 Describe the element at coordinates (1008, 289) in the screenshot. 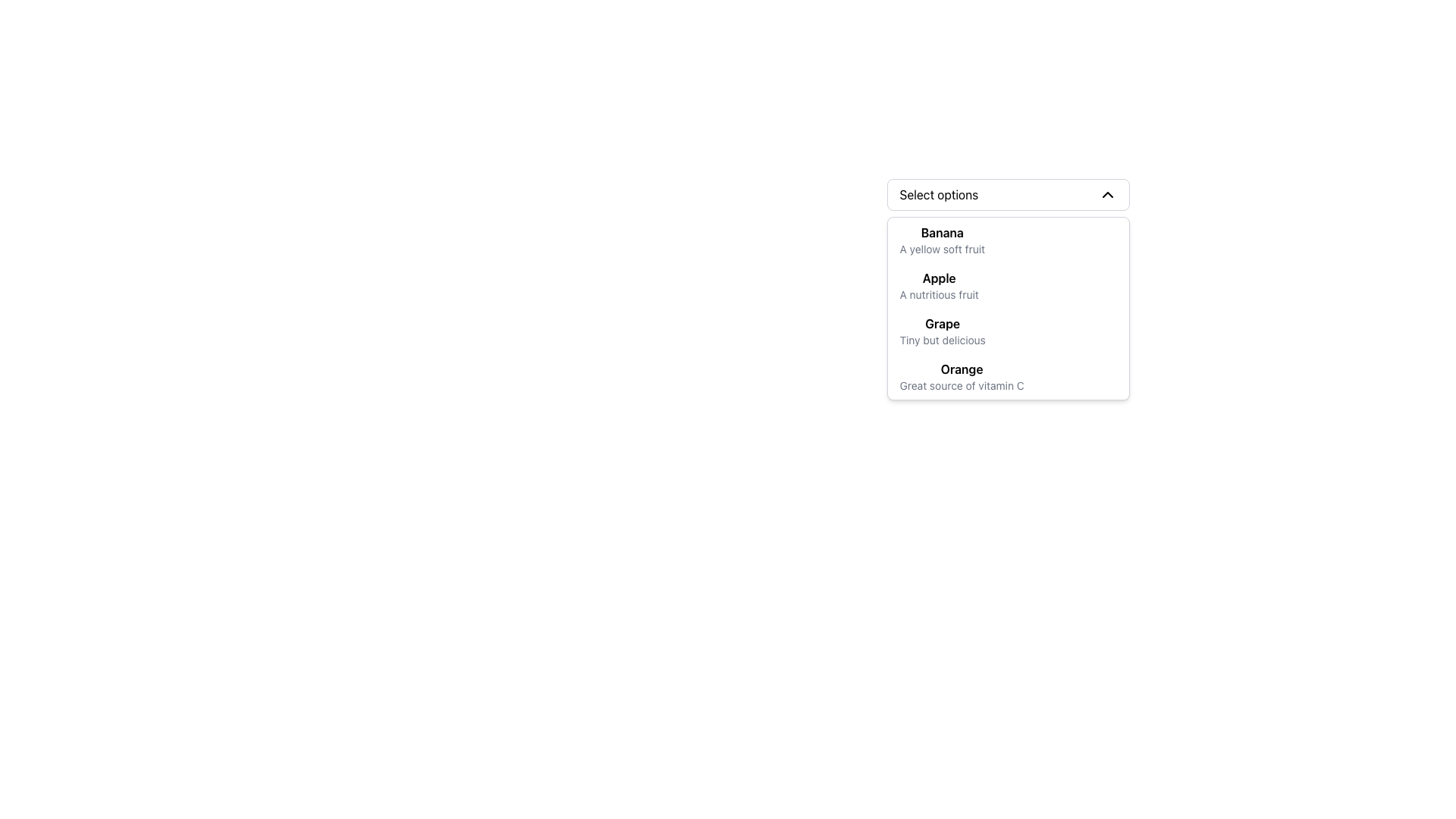

I see `the dropdown menu option labeled 'Apple'` at that location.